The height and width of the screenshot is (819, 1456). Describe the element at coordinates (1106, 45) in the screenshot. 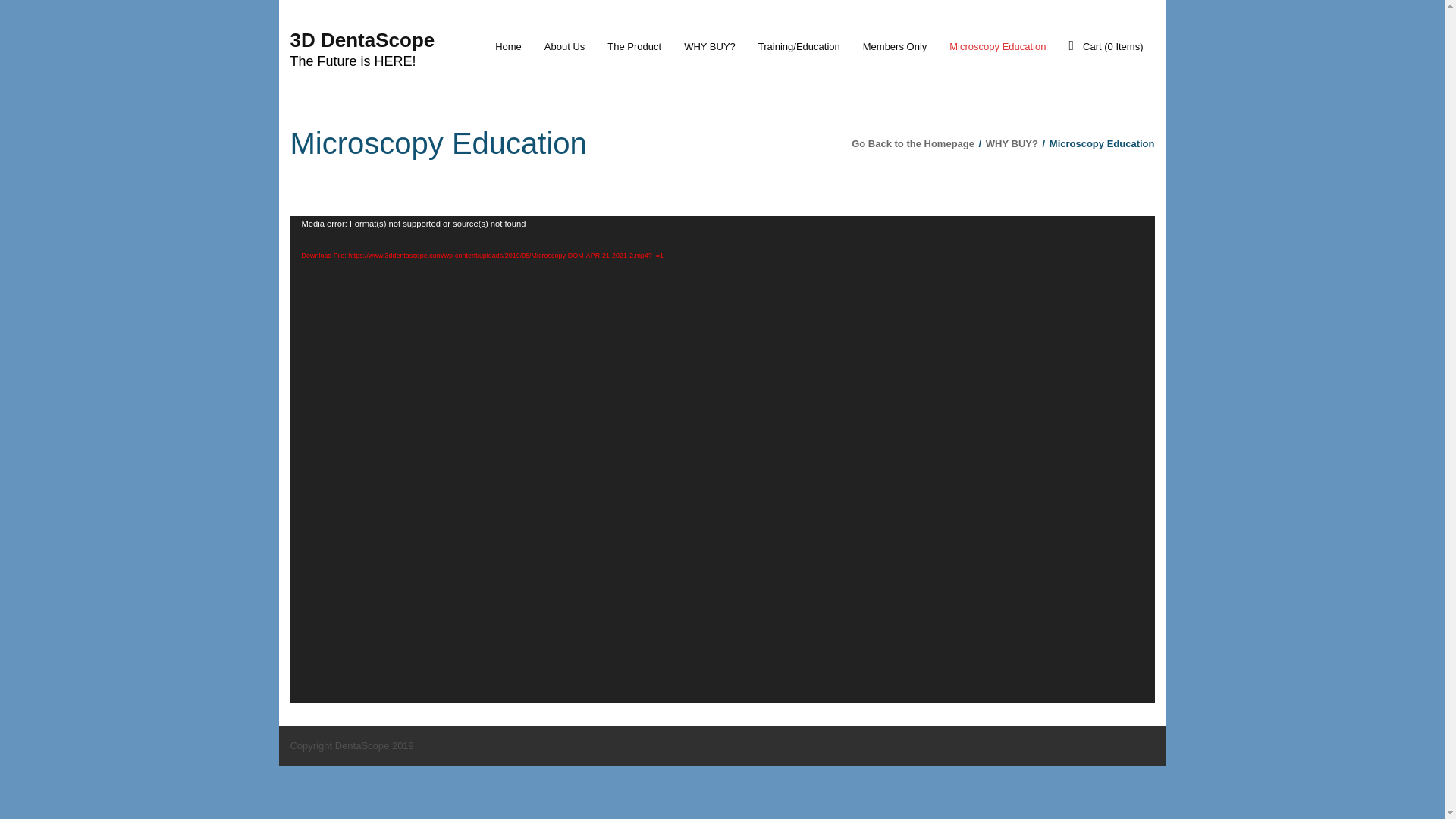

I see `'Cart (0 Items)'` at that location.